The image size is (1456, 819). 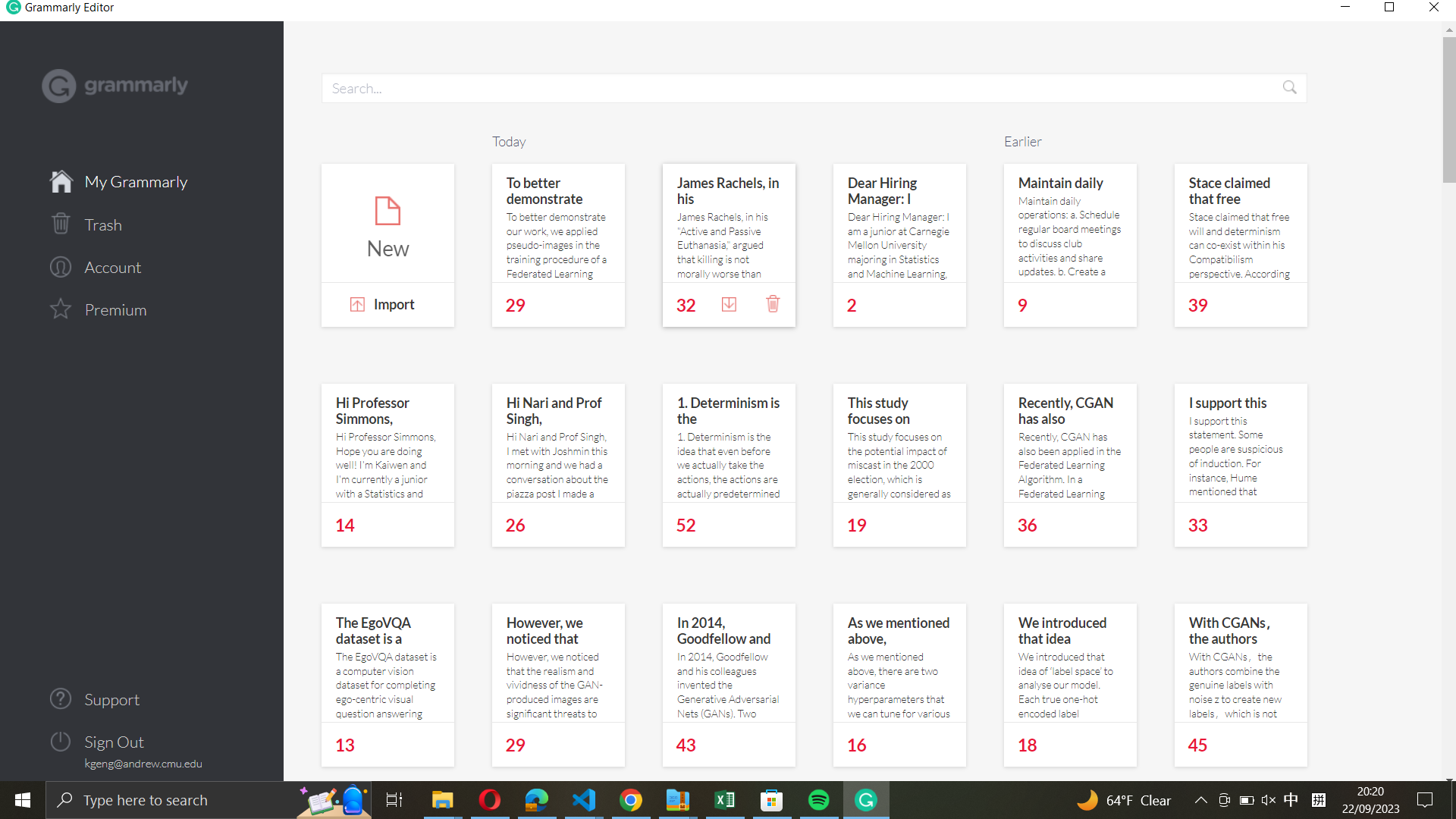 I want to click on Insert the required file, so click(x=387, y=306).